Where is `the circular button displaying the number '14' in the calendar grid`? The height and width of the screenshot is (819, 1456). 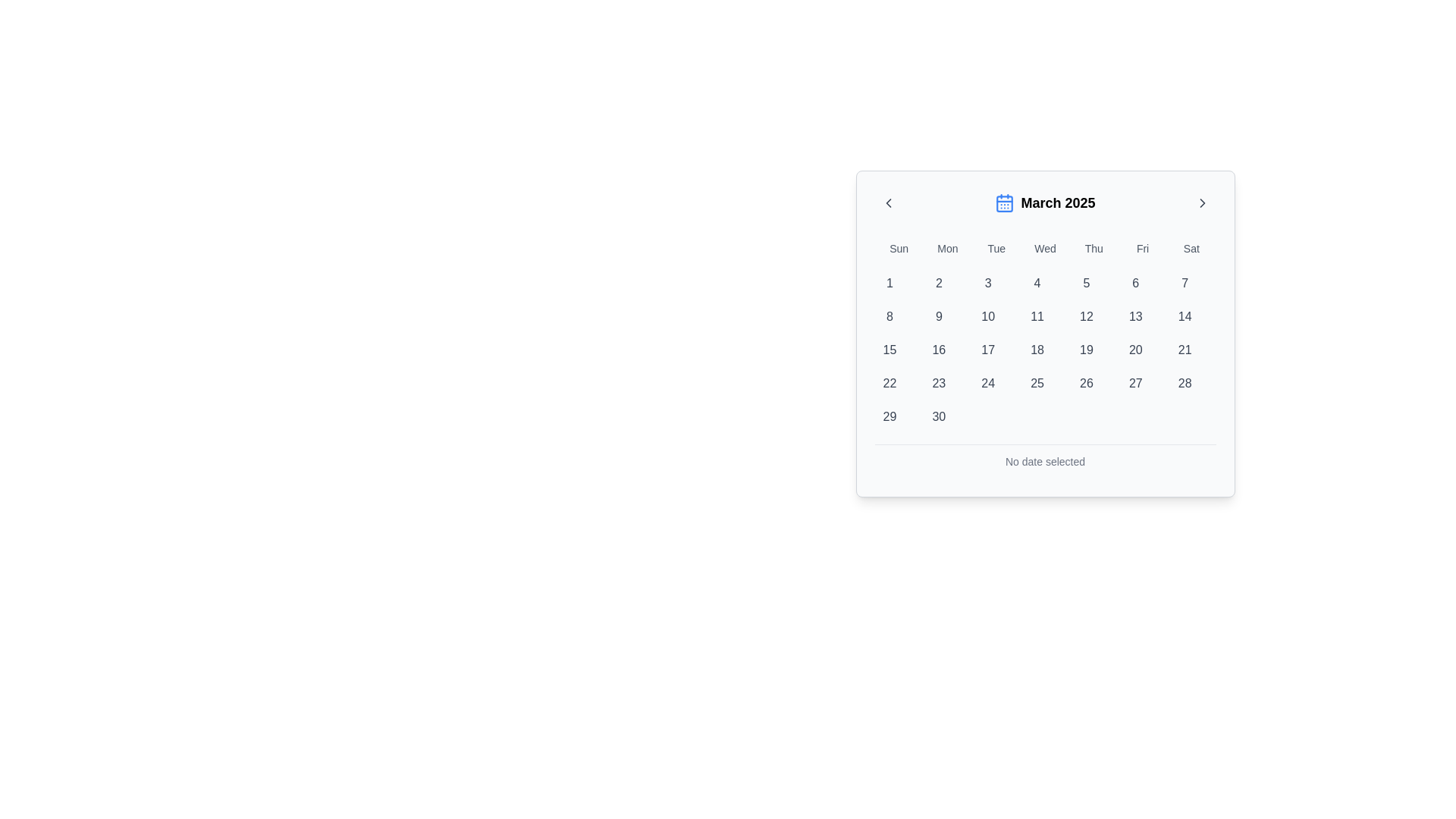
the circular button displaying the number '14' in the calendar grid is located at coordinates (1184, 315).